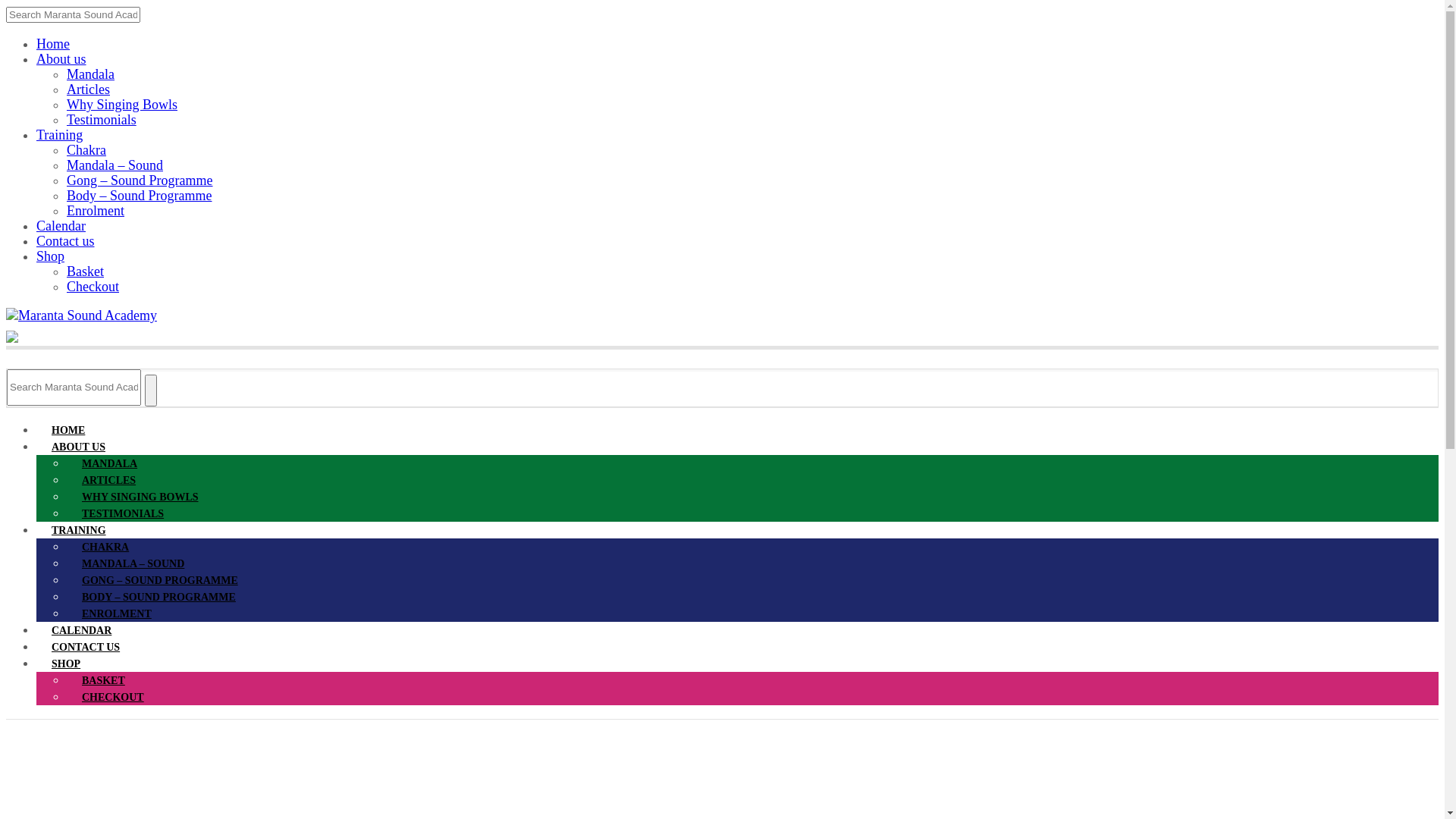 This screenshot has height=819, width=1456. Describe the element at coordinates (85, 647) in the screenshot. I see `'CONTACT US'` at that location.